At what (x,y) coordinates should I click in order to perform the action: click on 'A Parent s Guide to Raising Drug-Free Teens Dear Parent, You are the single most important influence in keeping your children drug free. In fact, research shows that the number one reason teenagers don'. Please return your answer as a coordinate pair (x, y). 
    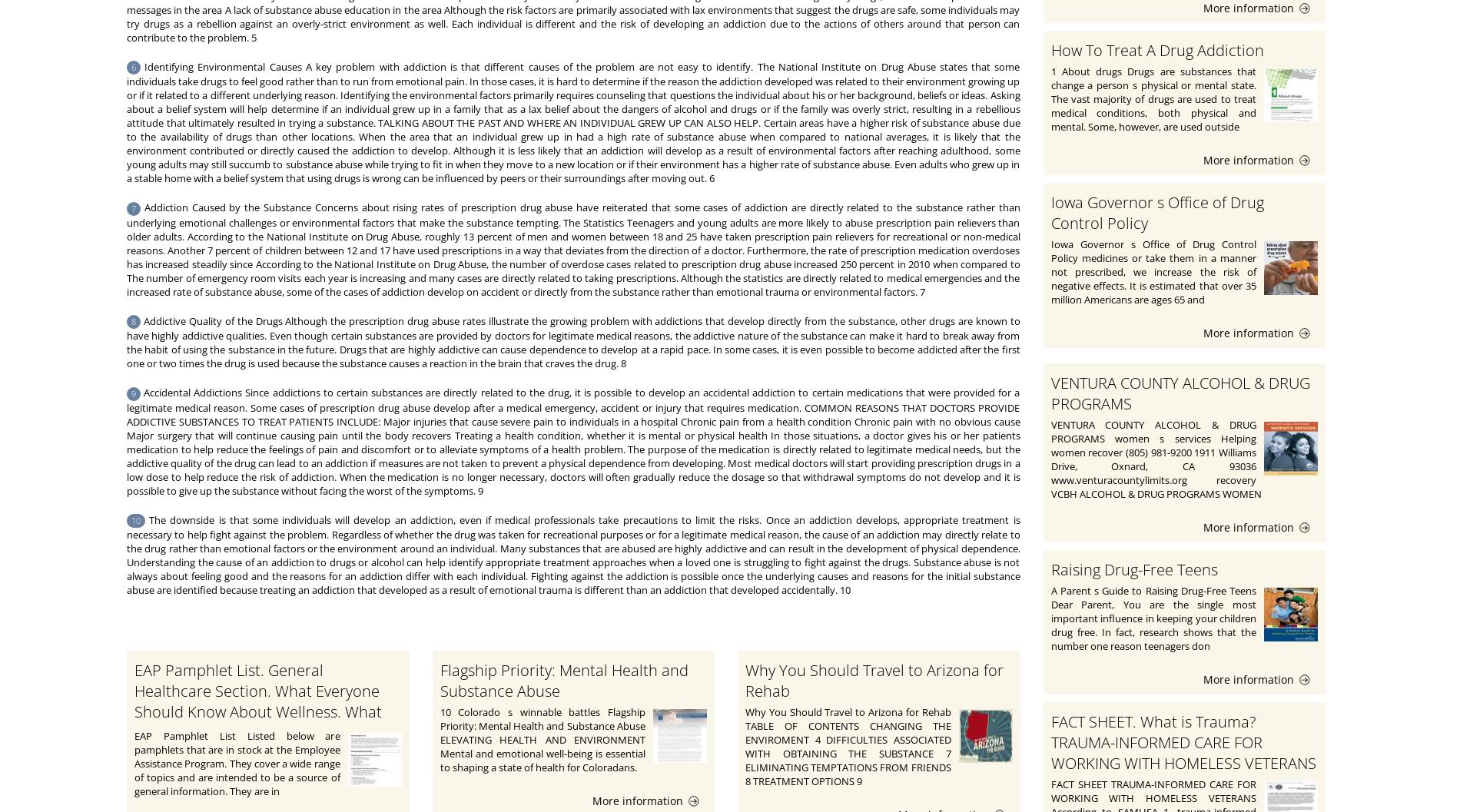
    Looking at the image, I should click on (1050, 617).